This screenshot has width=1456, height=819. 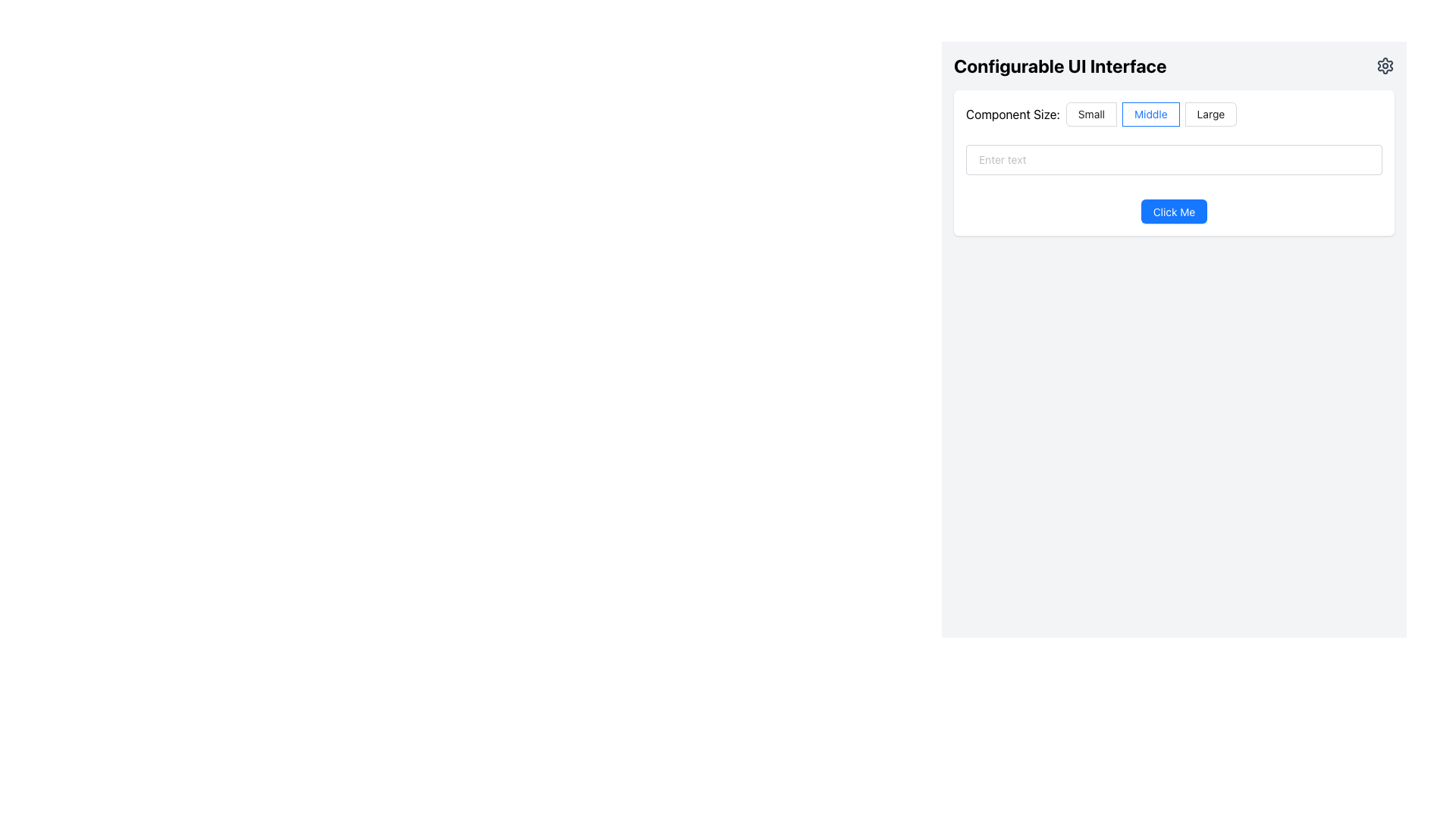 What do you see at coordinates (1090, 113) in the screenshot?
I see `the radio button labeled 'Small'` at bounding box center [1090, 113].